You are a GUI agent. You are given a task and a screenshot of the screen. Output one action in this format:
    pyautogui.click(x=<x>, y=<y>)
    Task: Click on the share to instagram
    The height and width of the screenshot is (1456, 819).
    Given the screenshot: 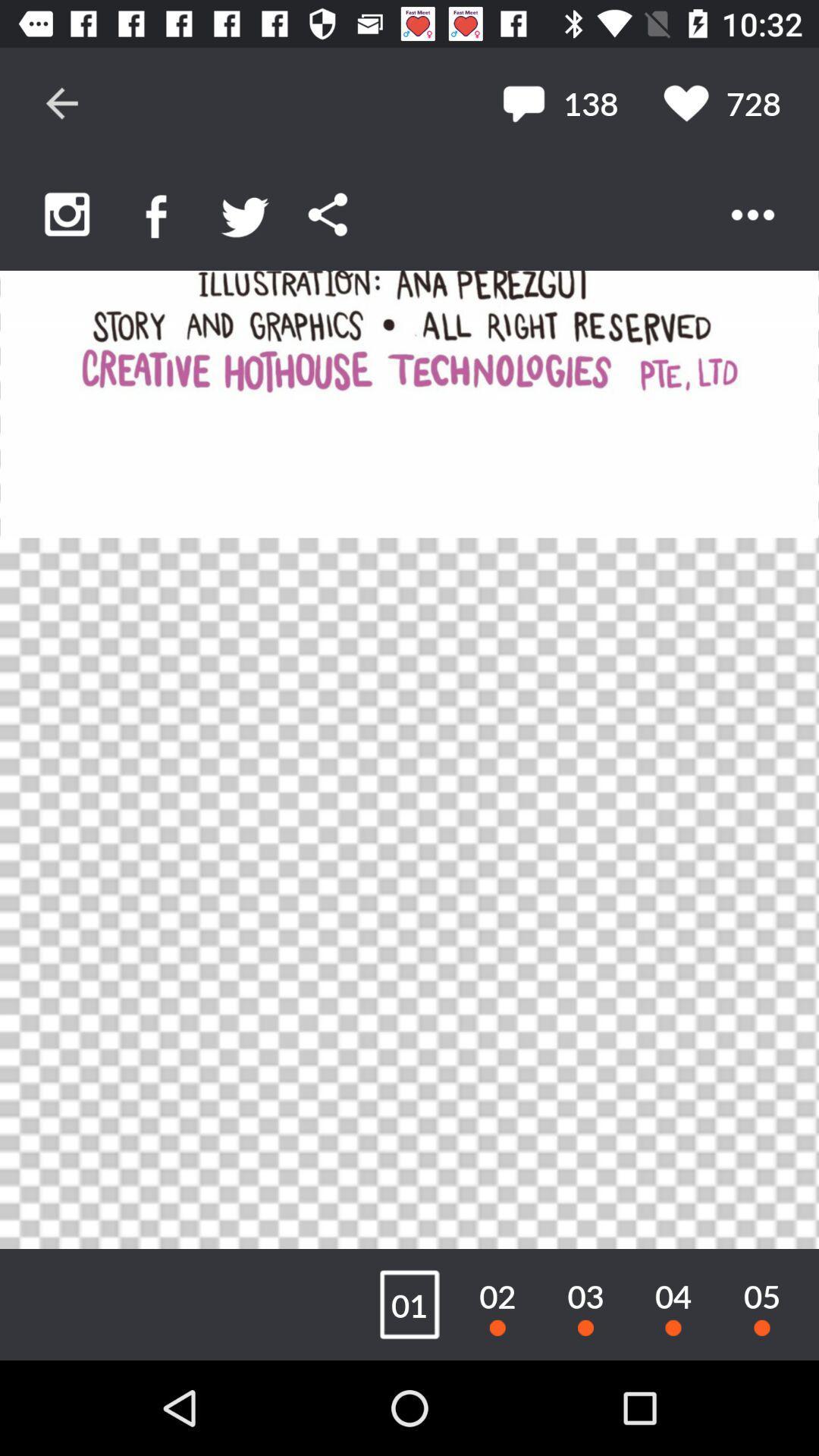 What is the action you would take?
    pyautogui.click(x=66, y=214)
    